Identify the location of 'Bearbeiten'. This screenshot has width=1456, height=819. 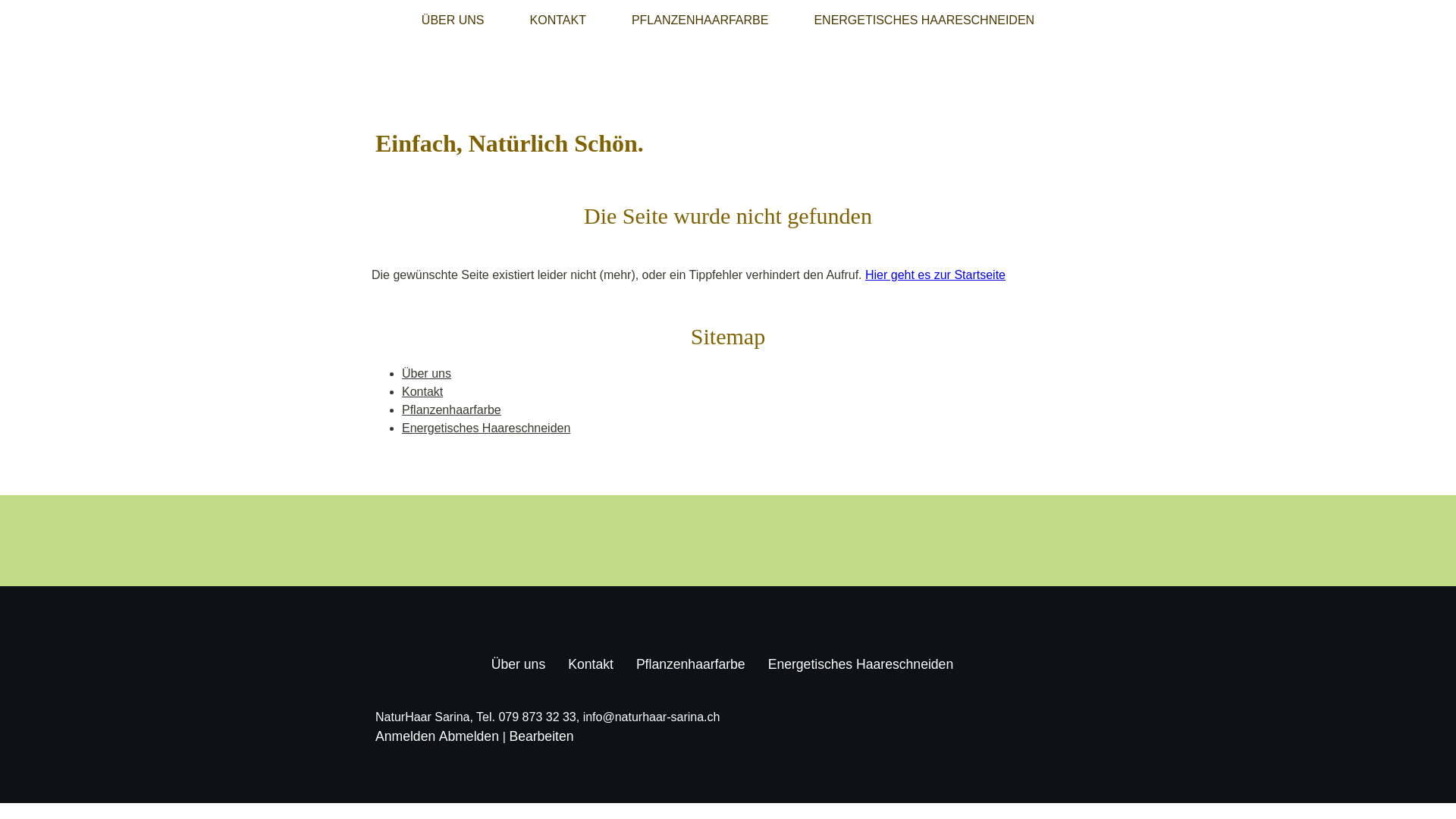
(541, 736).